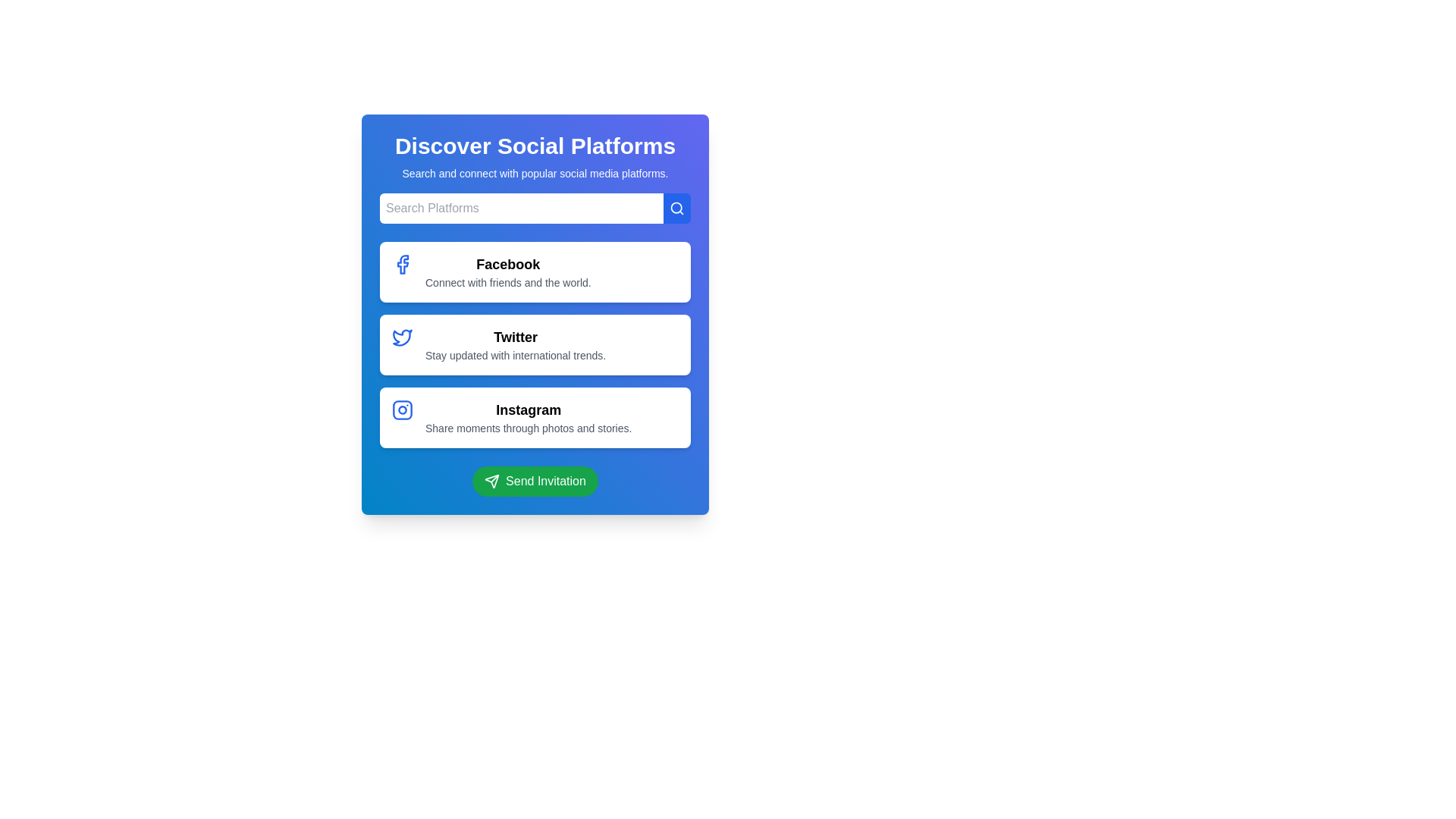 This screenshot has width=1456, height=819. What do you see at coordinates (403, 409) in the screenshot?
I see `the Instagram icon component located at the center of the icon on the interface` at bounding box center [403, 409].